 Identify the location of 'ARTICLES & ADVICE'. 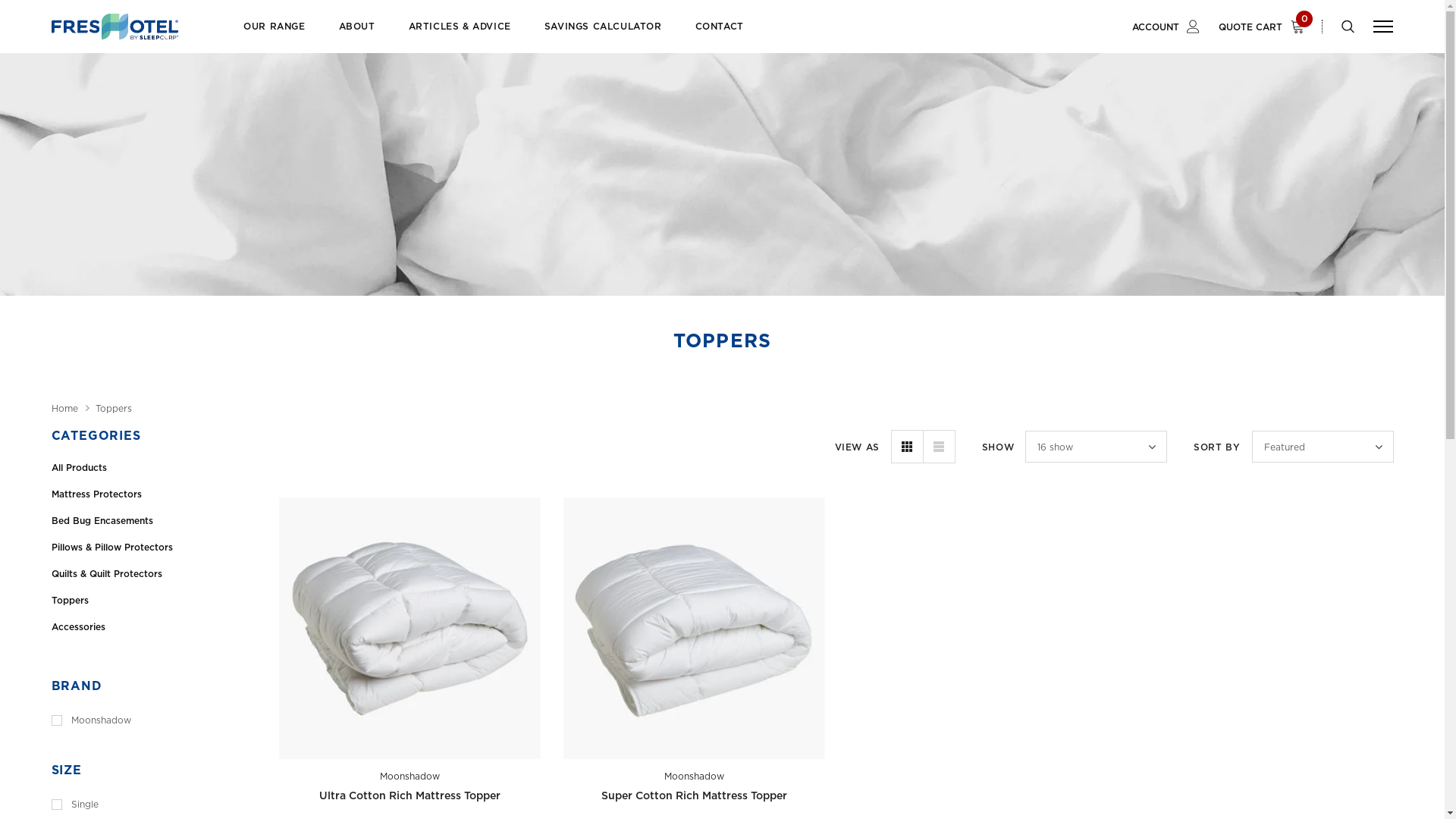
(459, 34).